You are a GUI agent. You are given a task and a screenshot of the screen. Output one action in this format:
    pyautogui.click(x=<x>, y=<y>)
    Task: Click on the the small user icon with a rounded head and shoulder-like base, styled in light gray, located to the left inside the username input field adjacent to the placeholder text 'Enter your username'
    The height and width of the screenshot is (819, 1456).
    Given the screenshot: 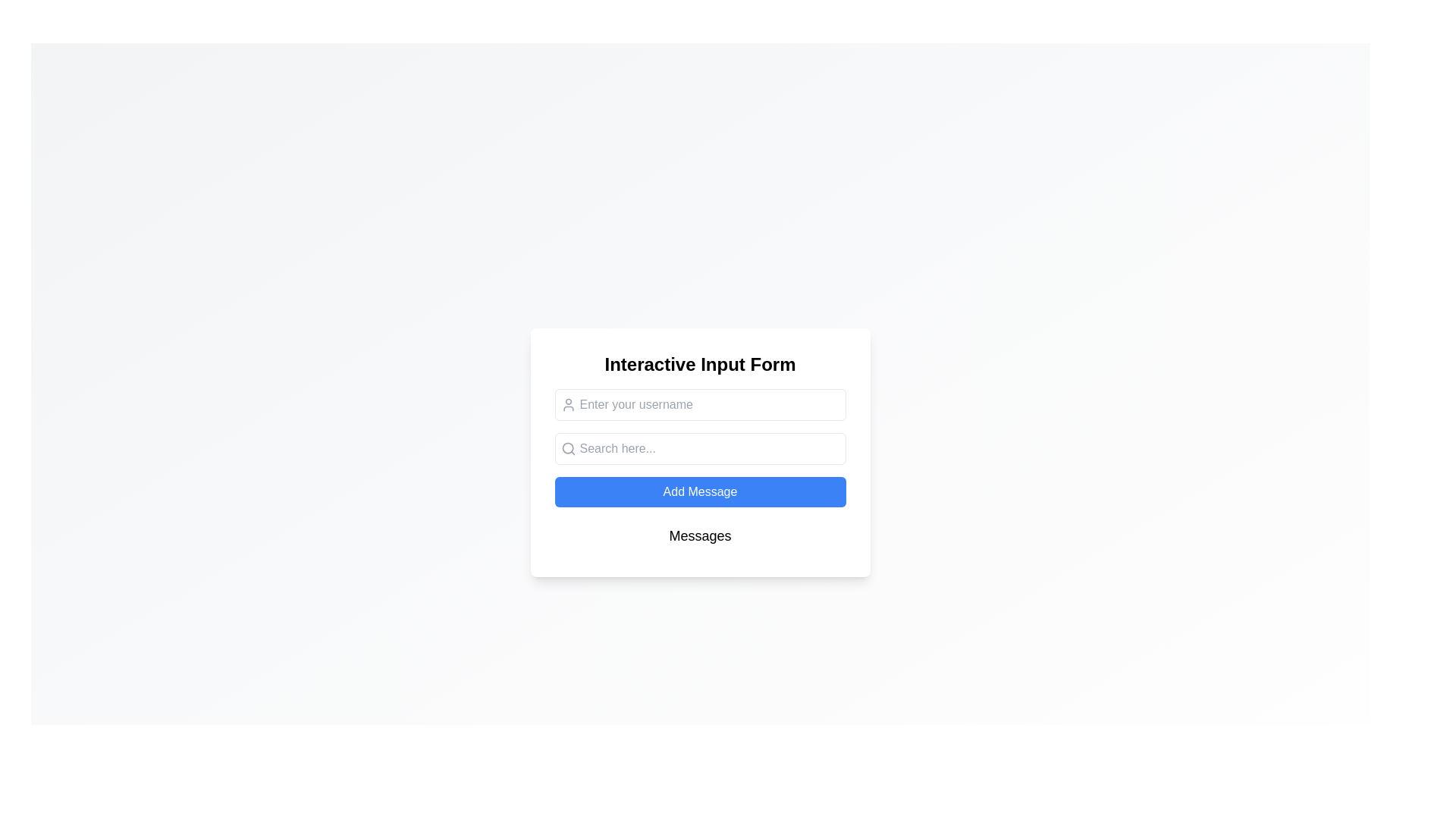 What is the action you would take?
    pyautogui.click(x=567, y=403)
    